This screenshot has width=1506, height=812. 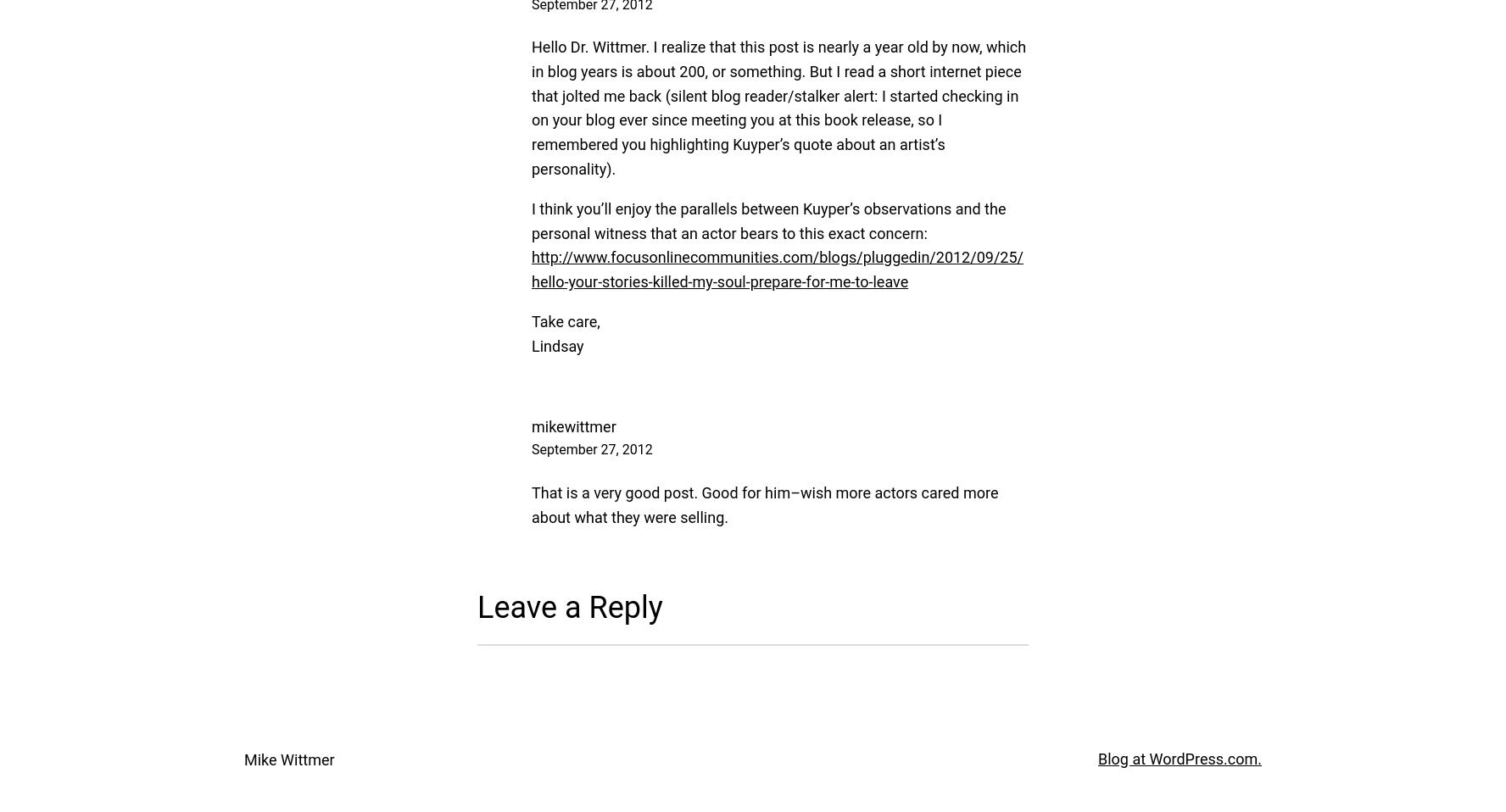 What do you see at coordinates (778, 108) in the screenshot?
I see `'Hello Dr. Wittmer.  I realize that this post is nearly a year old by now, which in blog years is about 200, or something.  But I read a short internet piece that jolted me back (silent blog reader/stalker alert: I started checking in on your blog ever since meeting you at this book release, so I remembered you highlighting Kuyper’s quote about an artist’s personality).'` at bounding box center [778, 108].